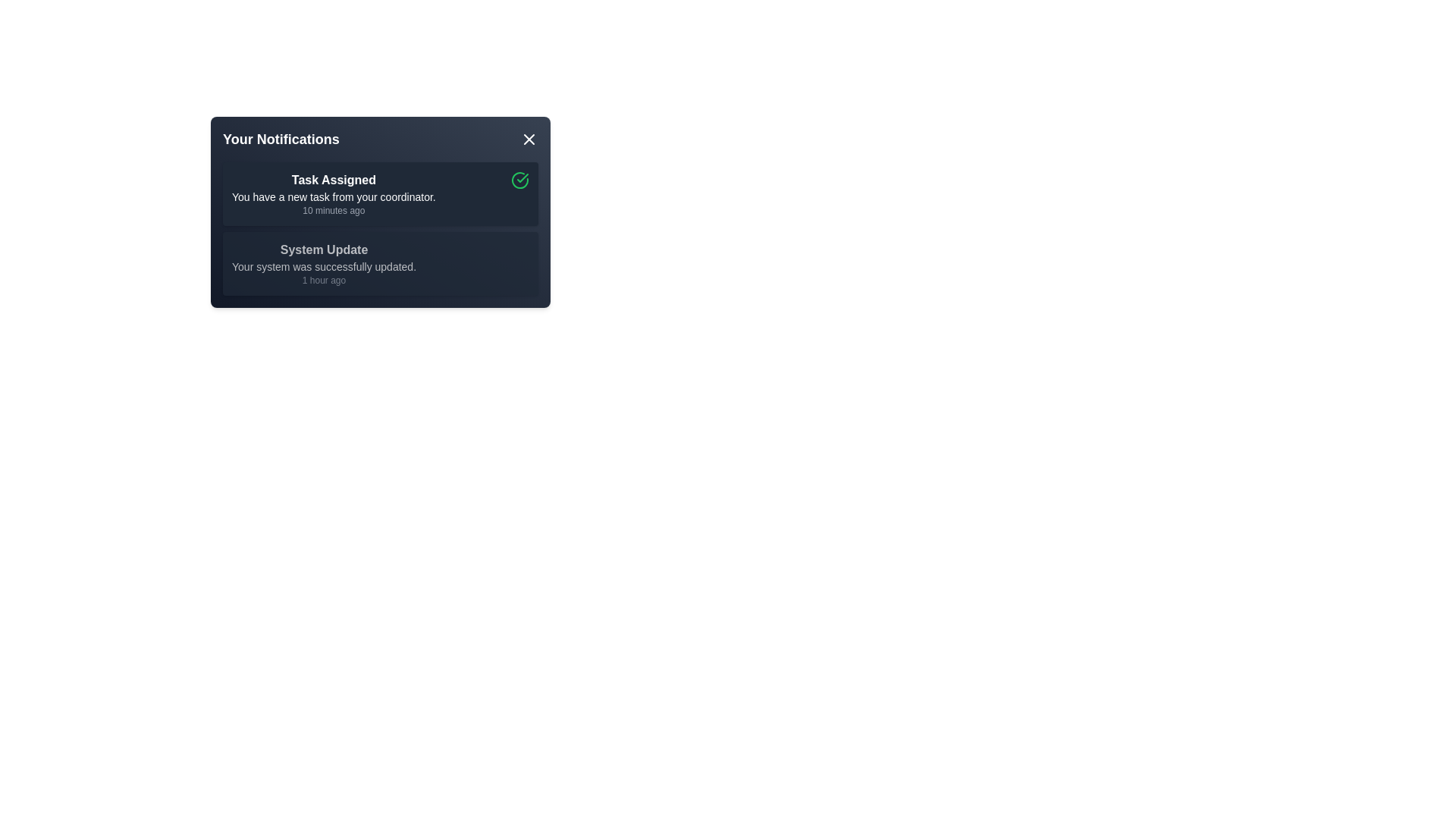 Image resolution: width=1456 pixels, height=819 pixels. What do you see at coordinates (323, 281) in the screenshot?
I see `the timestamp text label located below the message 'Your system was successfully updated.' in the notification pane` at bounding box center [323, 281].